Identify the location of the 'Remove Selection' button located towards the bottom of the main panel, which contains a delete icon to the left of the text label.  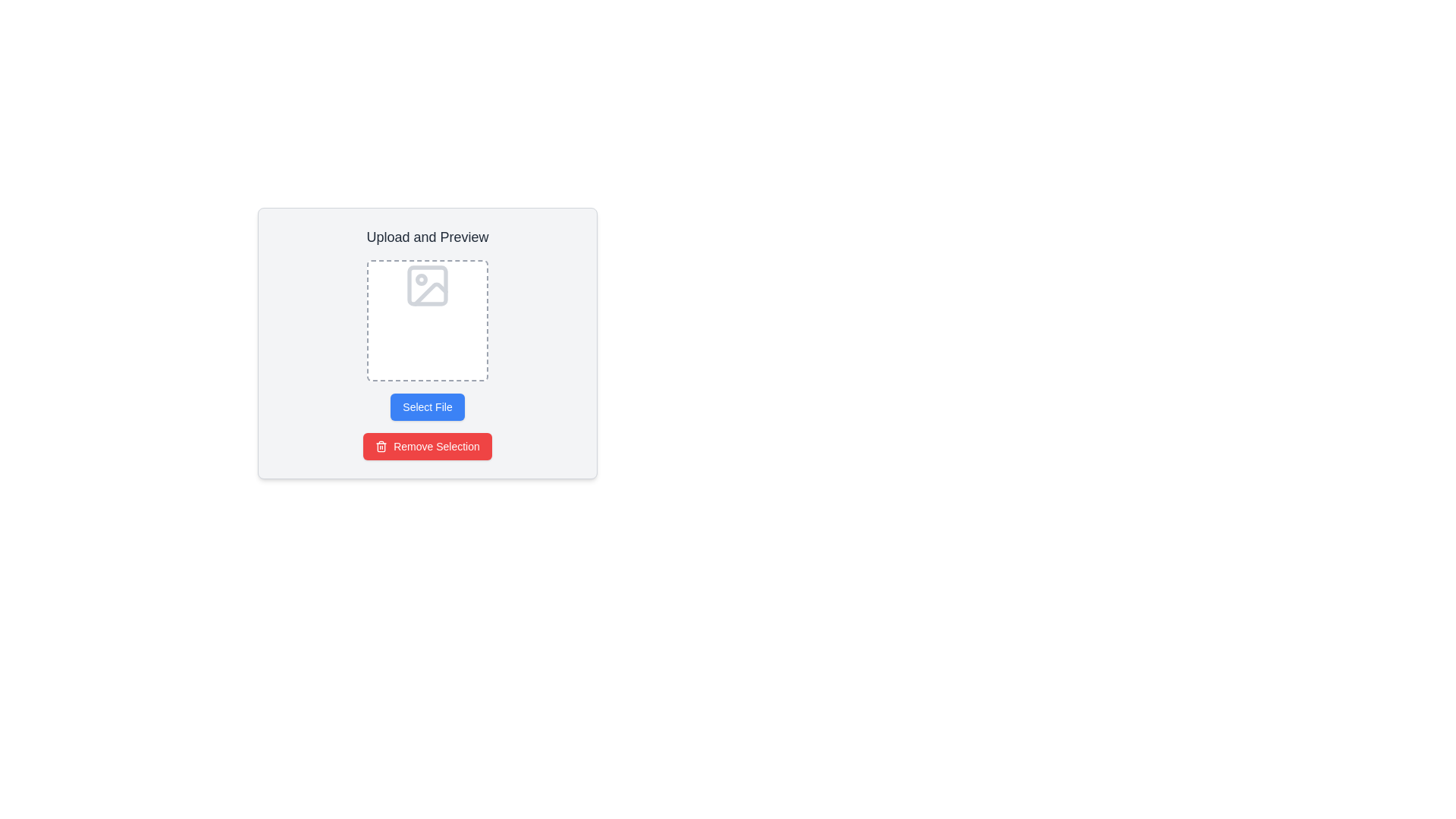
(381, 446).